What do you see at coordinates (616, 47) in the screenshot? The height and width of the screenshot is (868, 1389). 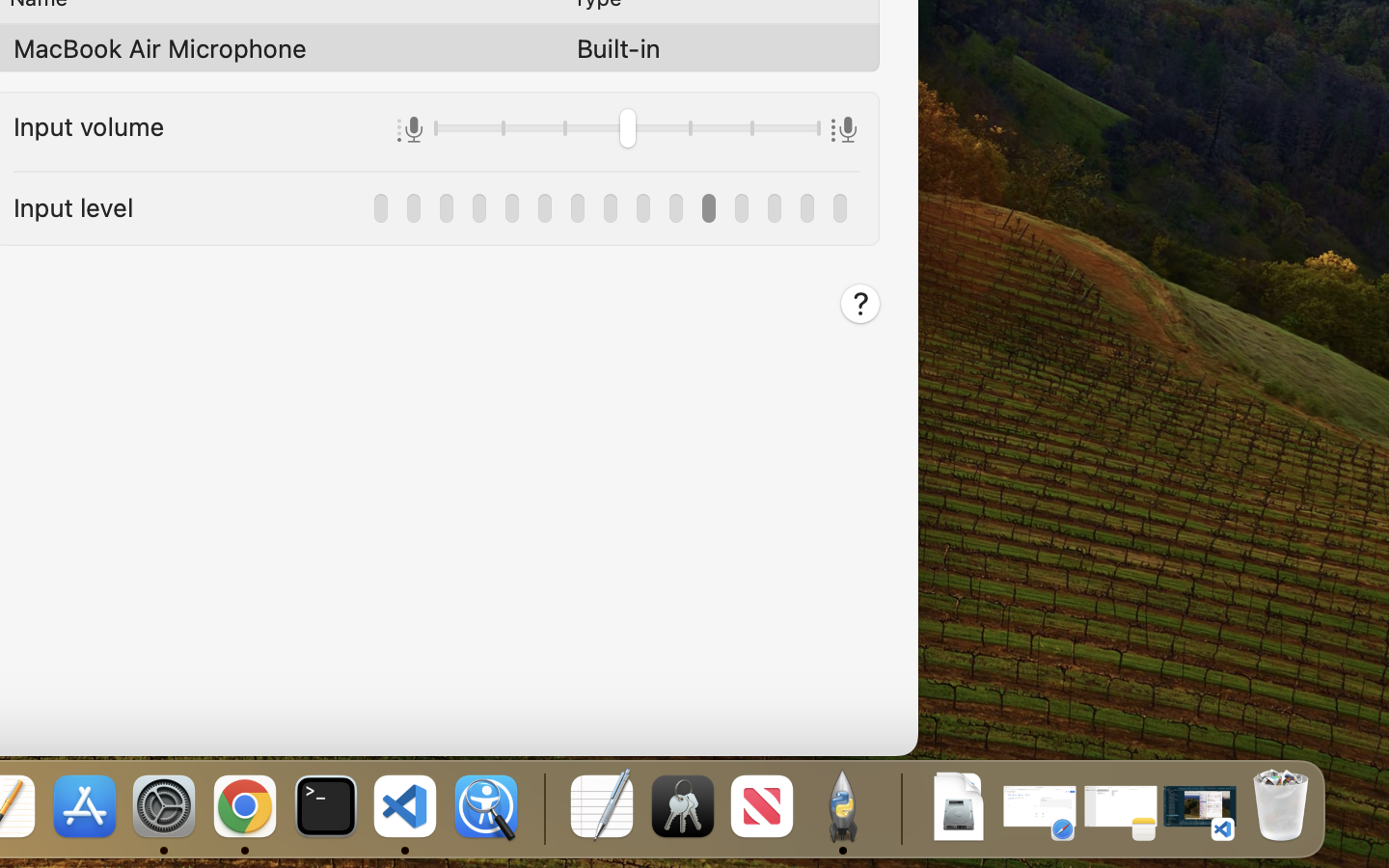 I see `'Built-in'` at bounding box center [616, 47].